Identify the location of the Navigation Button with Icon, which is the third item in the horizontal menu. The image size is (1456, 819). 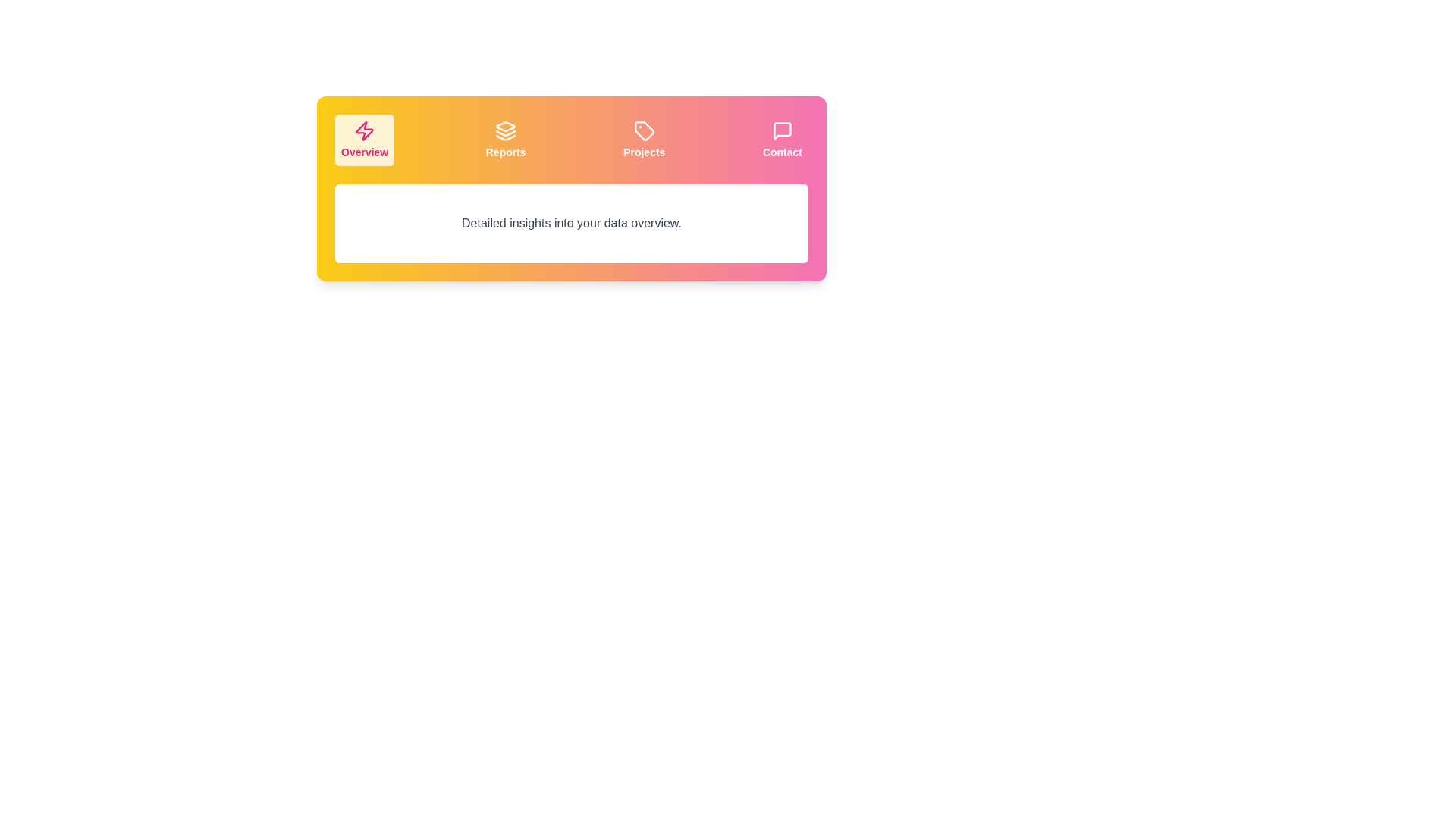
(644, 140).